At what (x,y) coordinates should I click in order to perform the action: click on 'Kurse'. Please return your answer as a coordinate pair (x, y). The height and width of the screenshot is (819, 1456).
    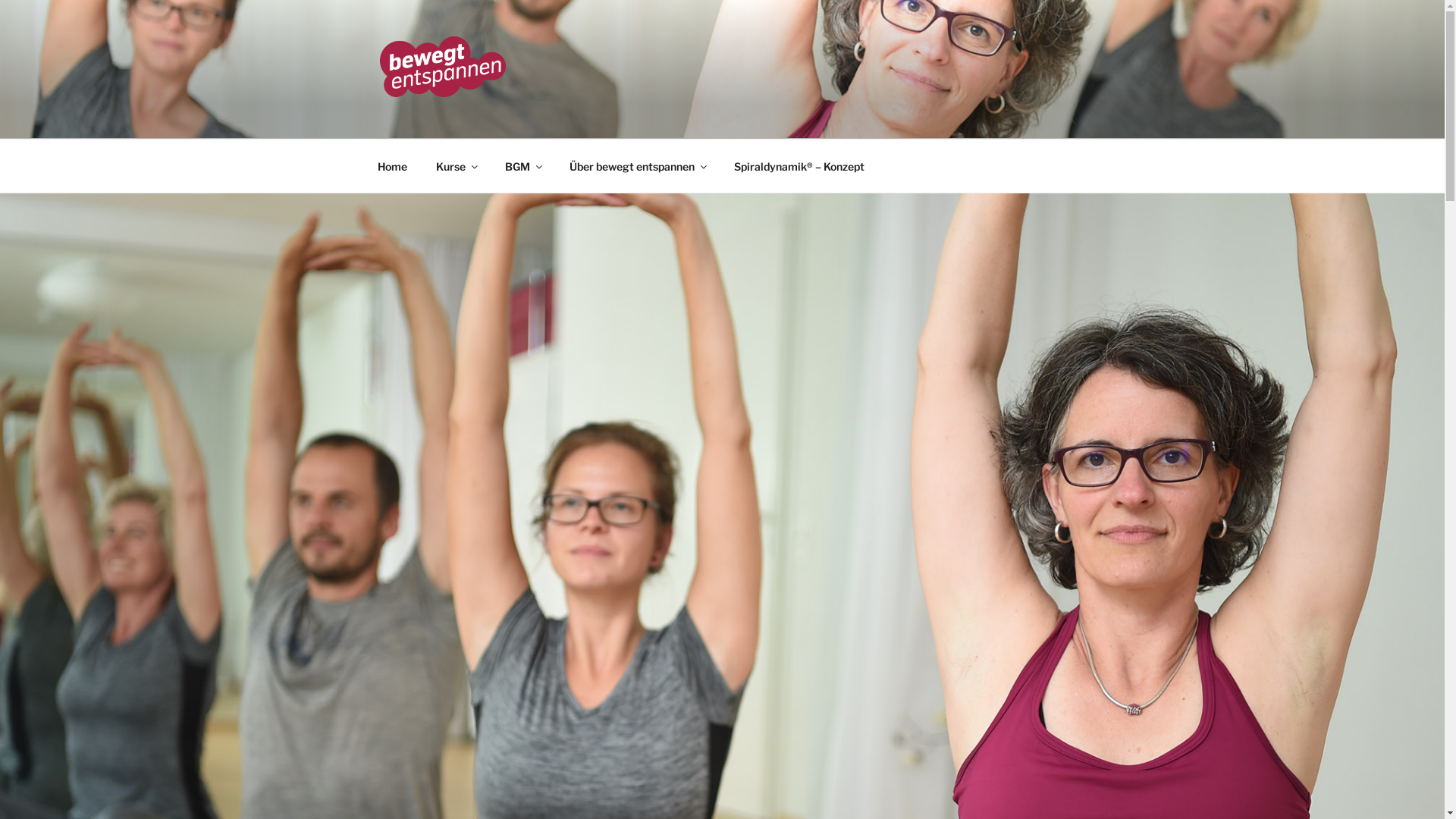
    Looking at the image, I should click on (455, 165).